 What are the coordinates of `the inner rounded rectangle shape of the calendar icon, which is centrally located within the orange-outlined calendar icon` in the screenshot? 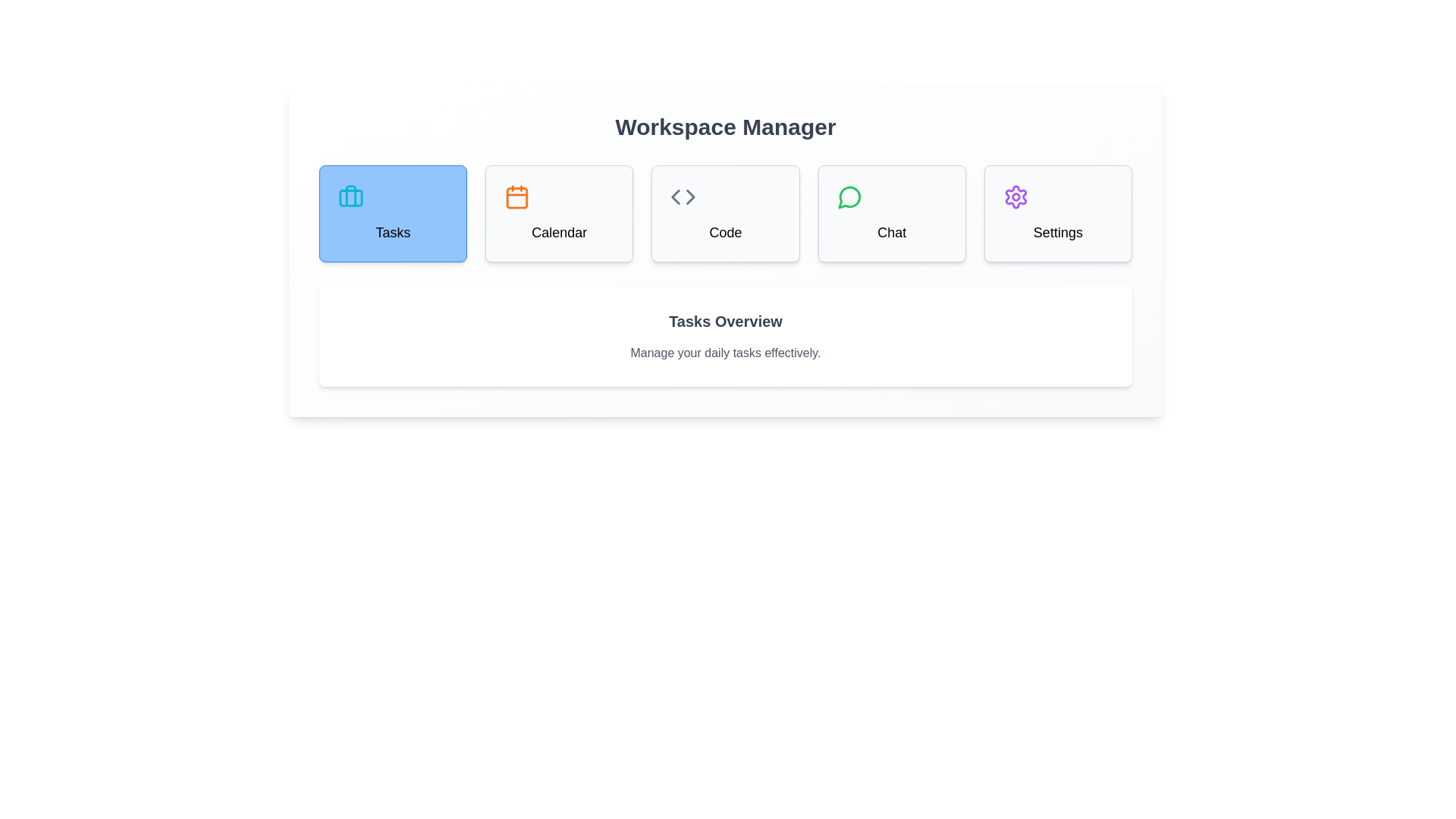 It's located at (517, 197).